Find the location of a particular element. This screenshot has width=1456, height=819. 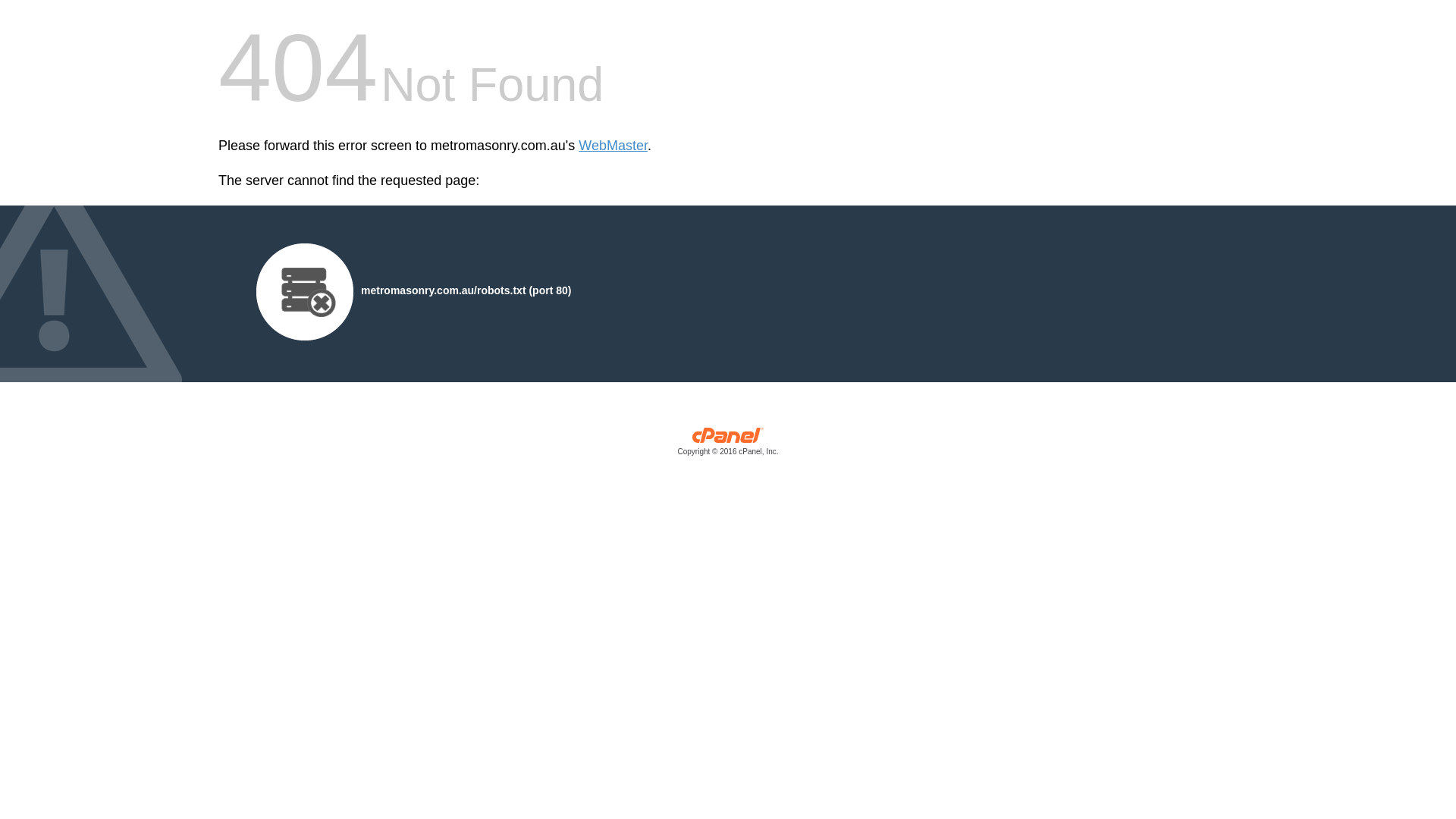

'WebMaster' is located at coordinates (613, 146).